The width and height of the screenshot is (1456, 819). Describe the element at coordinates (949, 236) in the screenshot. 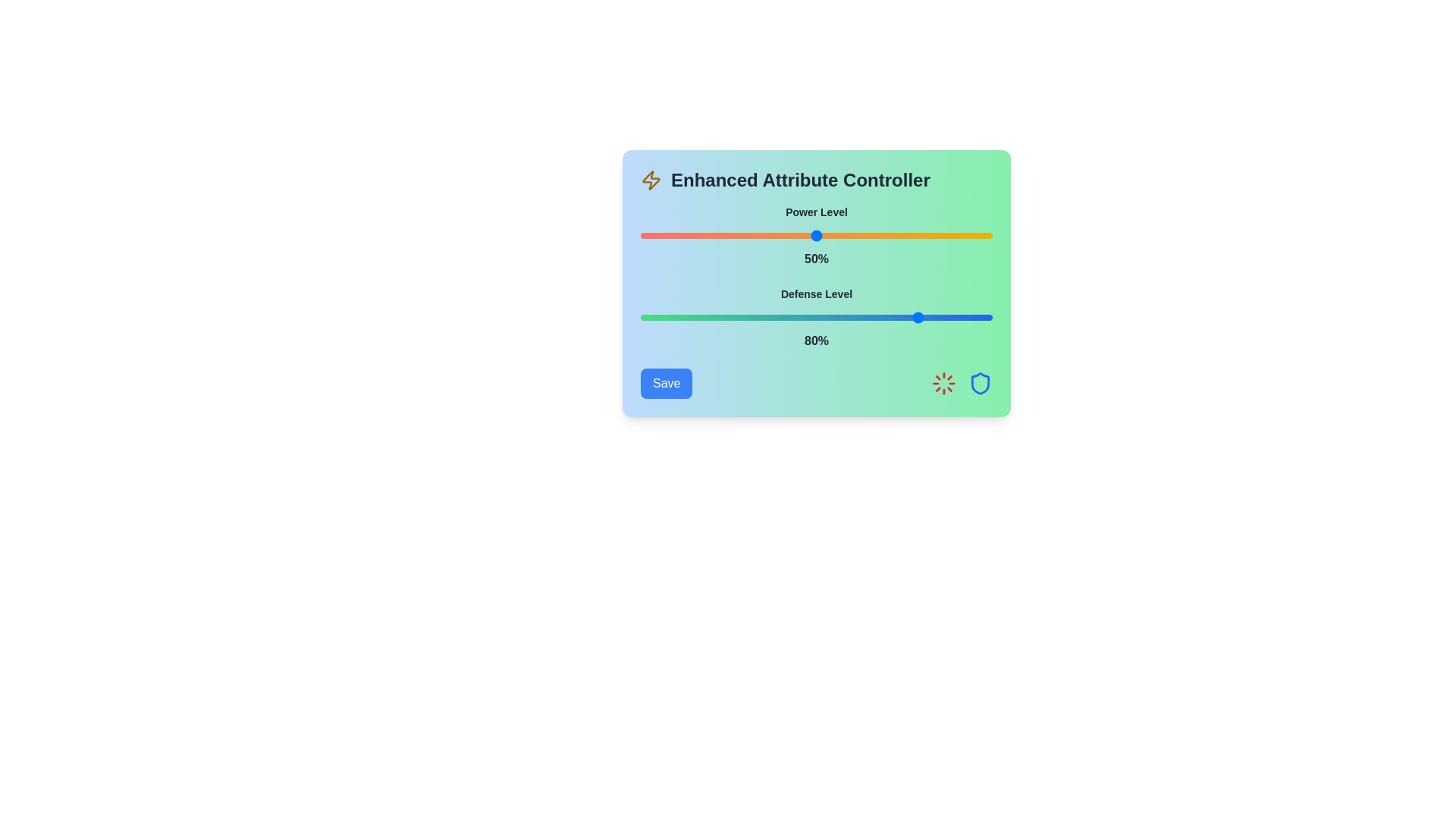

I see `the Power Level slider to 88%` at that location.